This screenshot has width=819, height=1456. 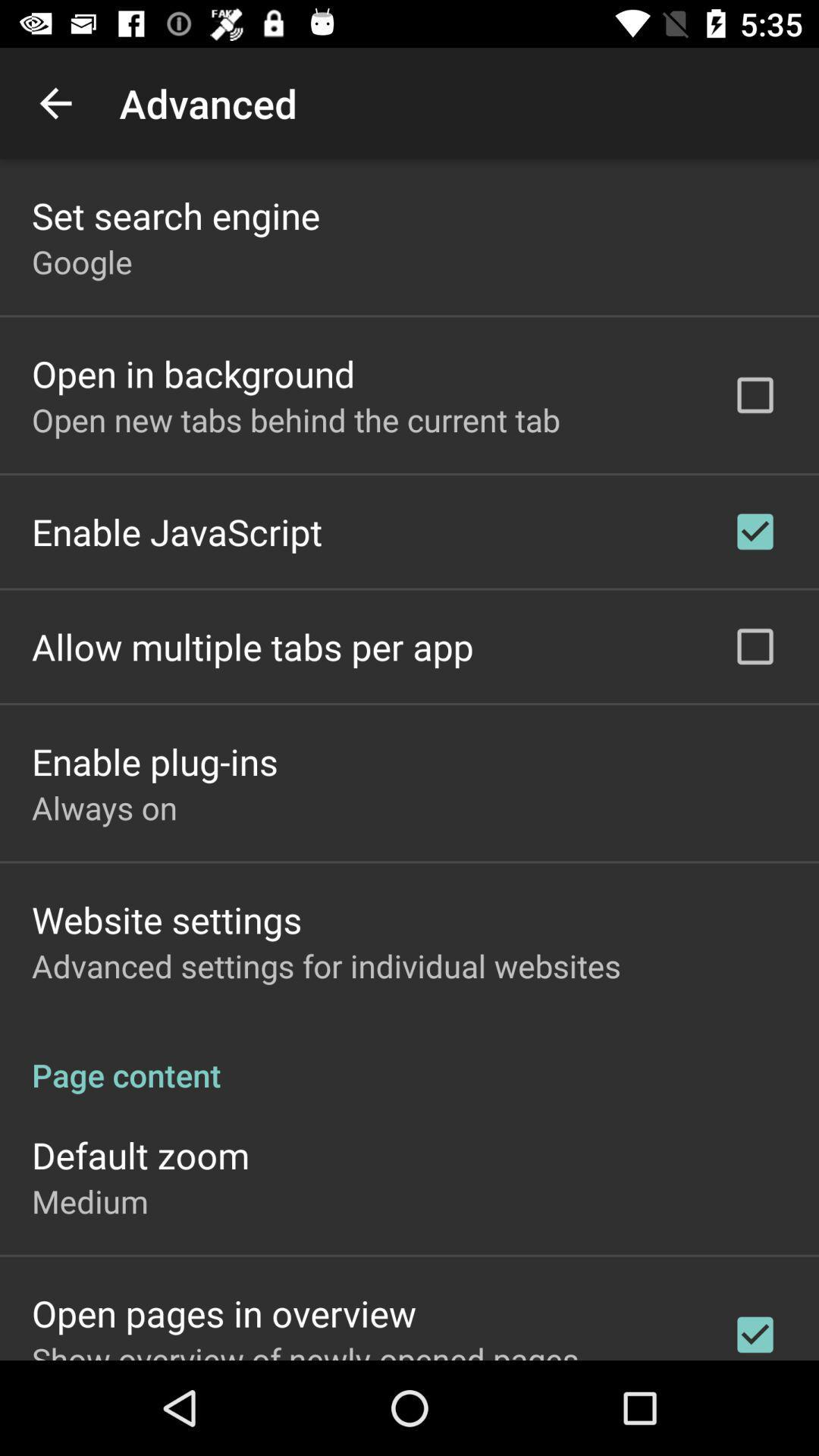 What do you see at coordinates (55, 102) in the screenshot?
I see `the icon next to the advanced app` at bounding box center [55, 102].